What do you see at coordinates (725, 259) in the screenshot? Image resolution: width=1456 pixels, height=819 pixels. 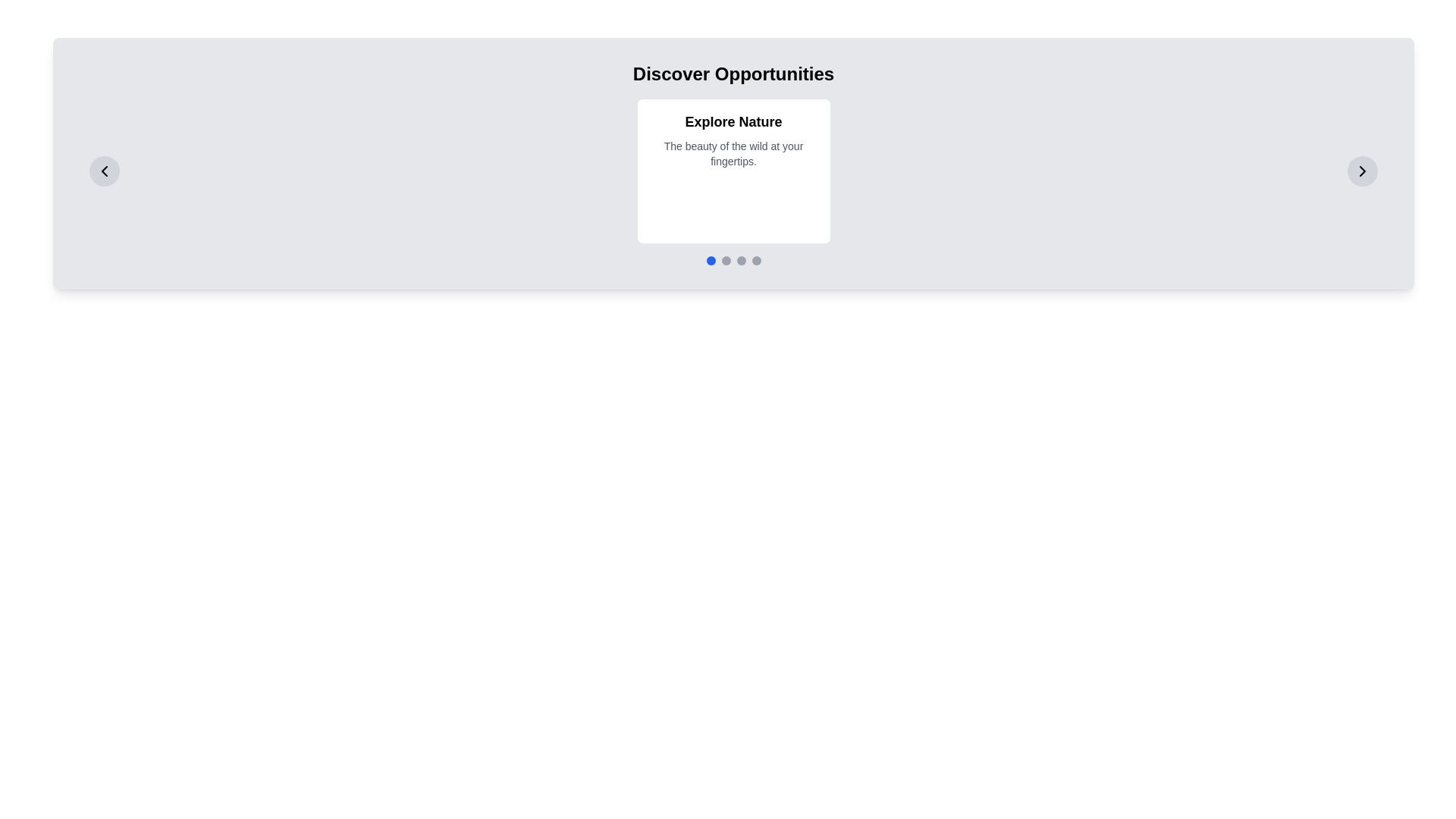 I see `the second circular button from the left in the group of four buttons below the 'Discover Opportunities' section and 'Explore Nature' card for interaction` at bounding box center [725, 259].